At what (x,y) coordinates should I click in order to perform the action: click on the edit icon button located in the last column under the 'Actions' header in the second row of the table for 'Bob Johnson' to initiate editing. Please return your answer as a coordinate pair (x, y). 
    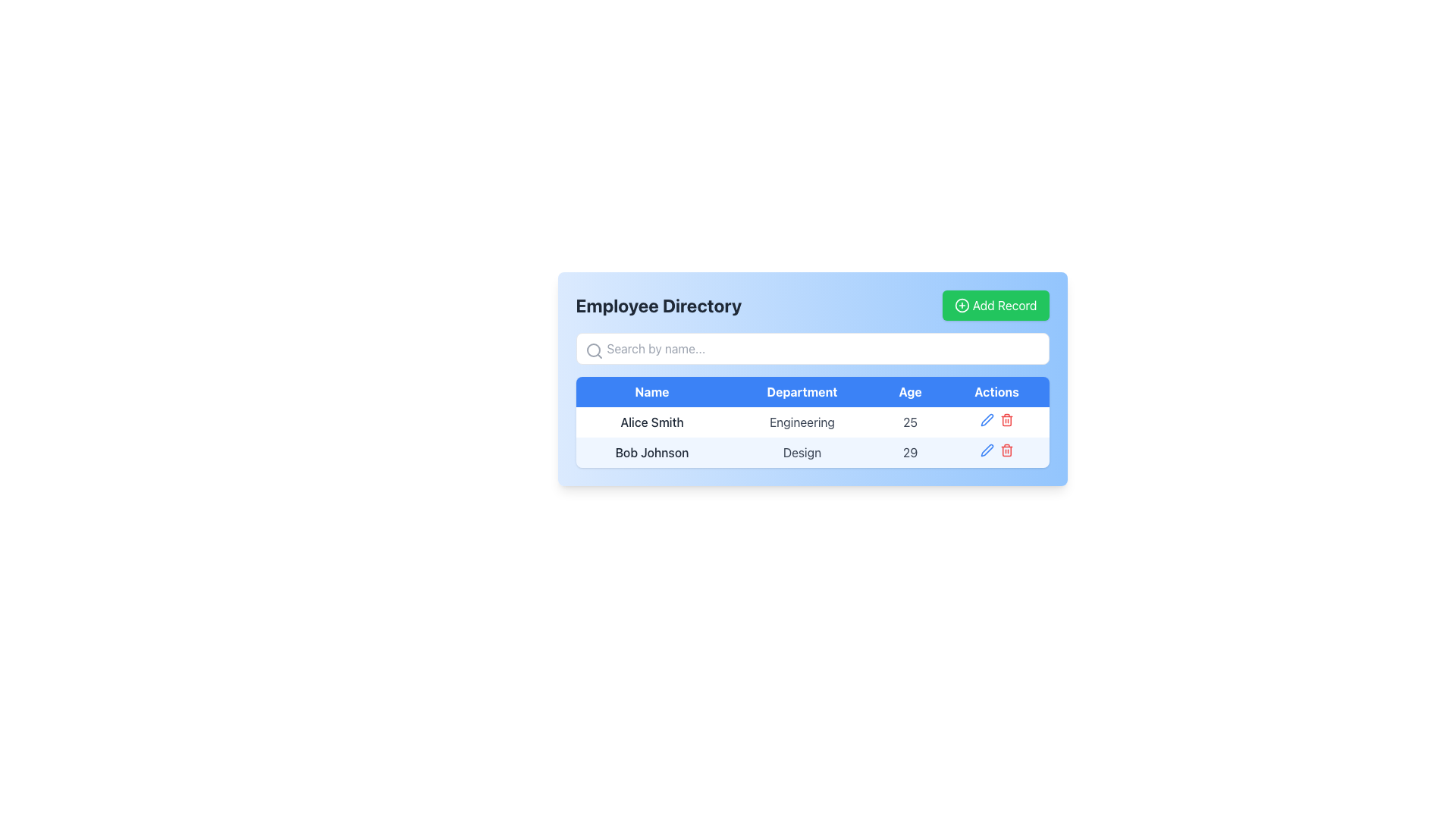
    Looking at the image, I should click on (987, 450).